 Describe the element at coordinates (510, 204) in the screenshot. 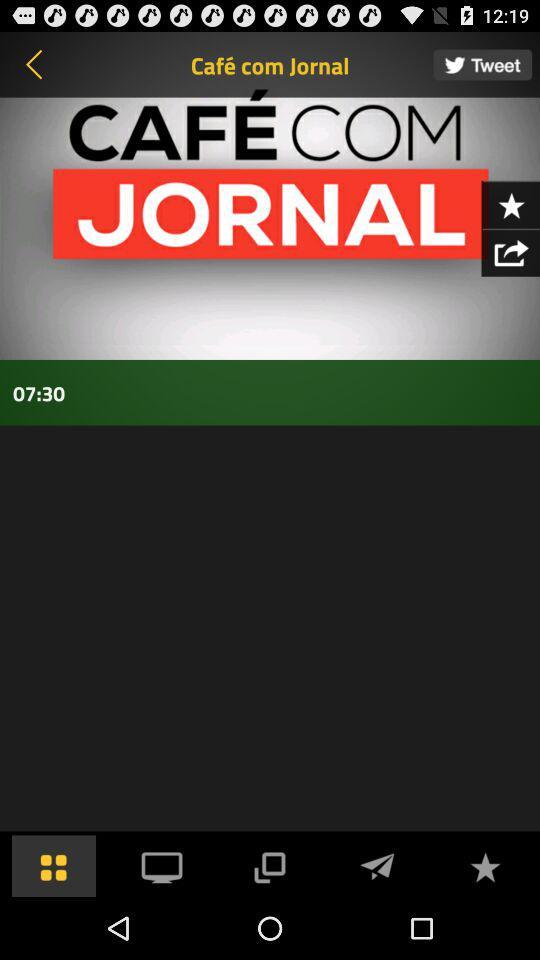

I see `star option` at that location.